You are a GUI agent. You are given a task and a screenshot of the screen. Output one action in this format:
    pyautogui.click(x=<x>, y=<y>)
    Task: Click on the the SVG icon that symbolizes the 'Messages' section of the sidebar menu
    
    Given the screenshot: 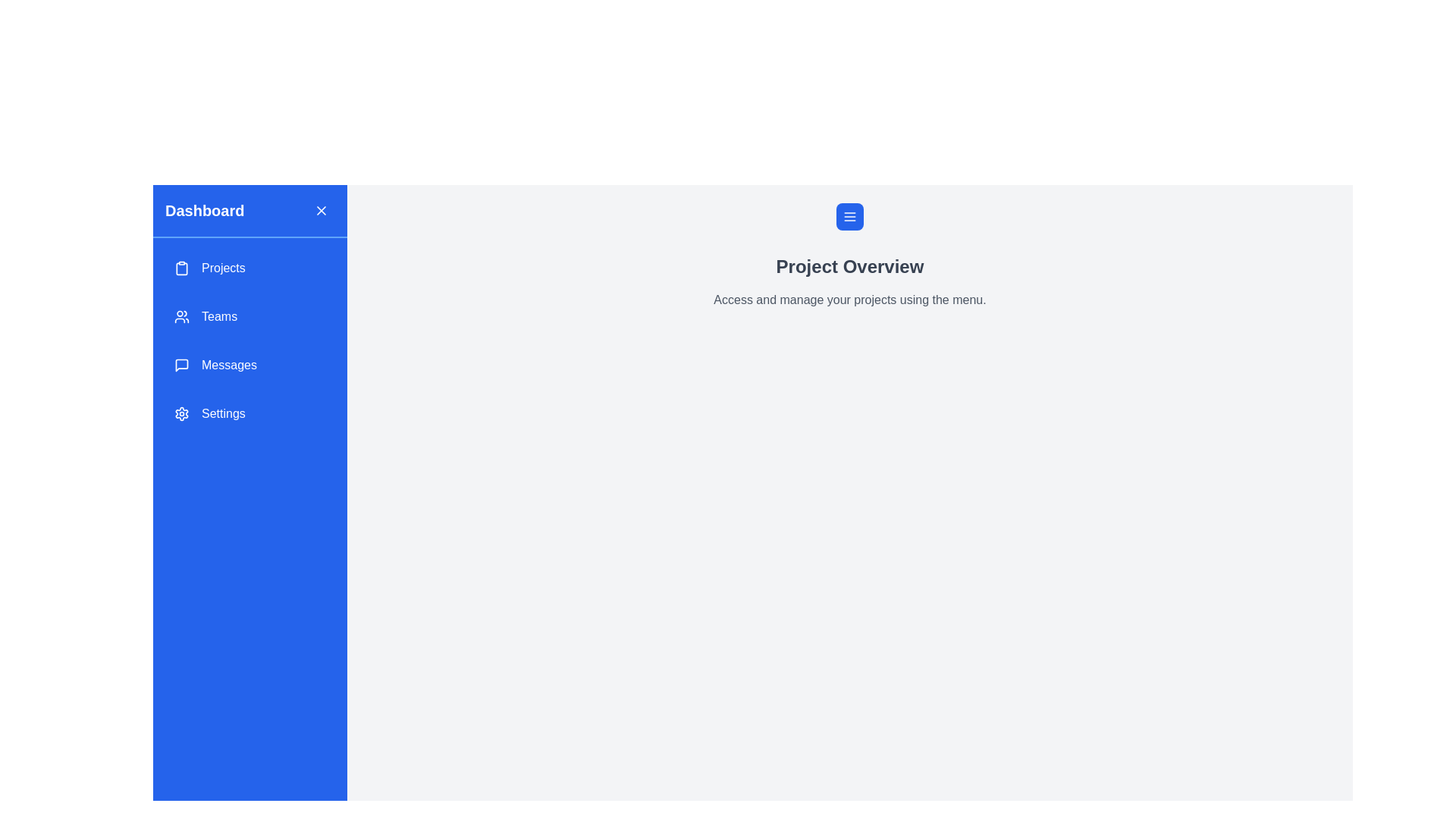 What is the action you would take?
    pyautogui.click(x=182, y=366)
    